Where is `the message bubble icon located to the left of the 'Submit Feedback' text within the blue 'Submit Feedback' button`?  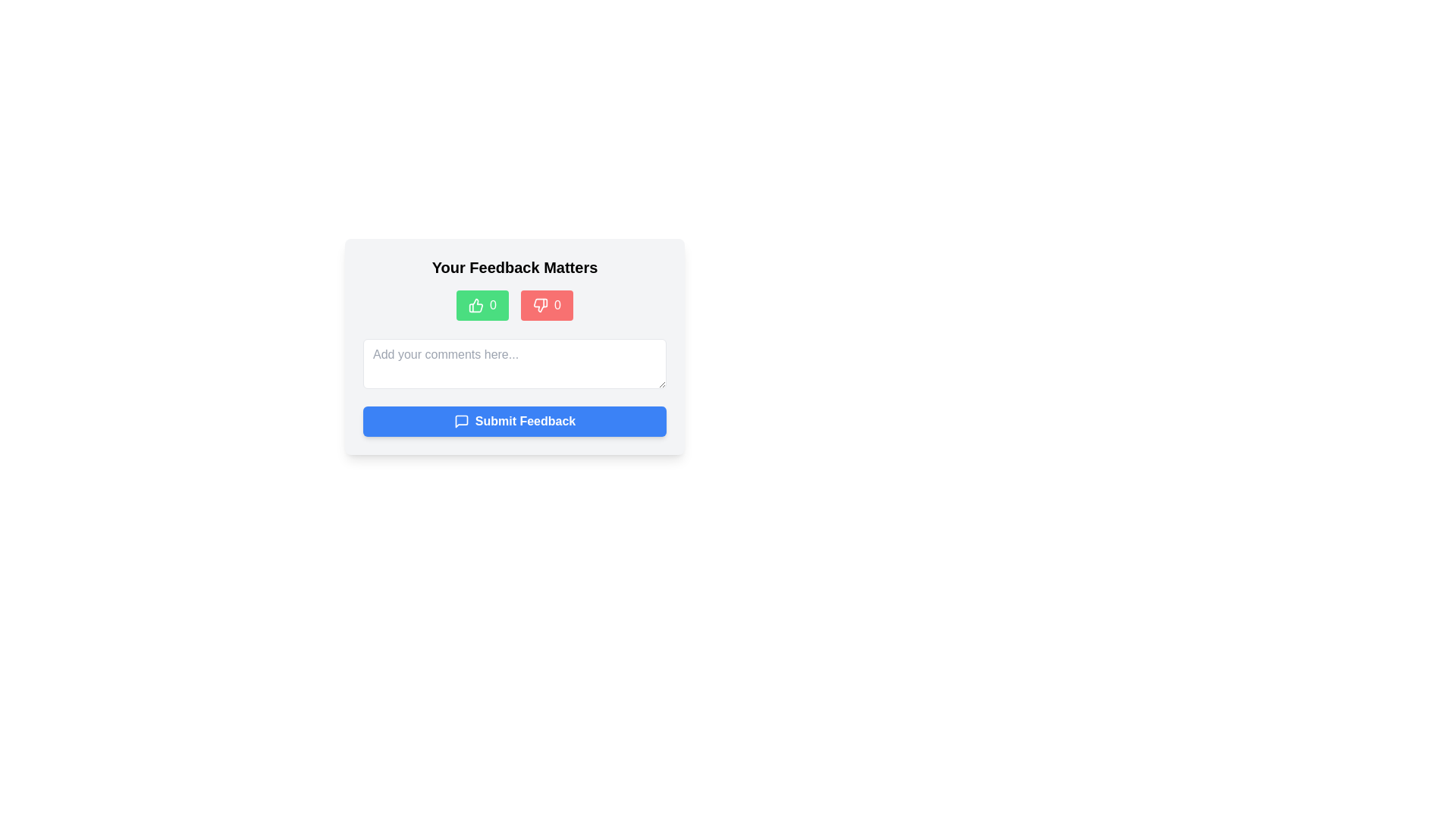
the message bubble icon located to the left of the 'Submit Feedback' text within the blue 'Submit Feedback' button is located at coordinates (460, 421).